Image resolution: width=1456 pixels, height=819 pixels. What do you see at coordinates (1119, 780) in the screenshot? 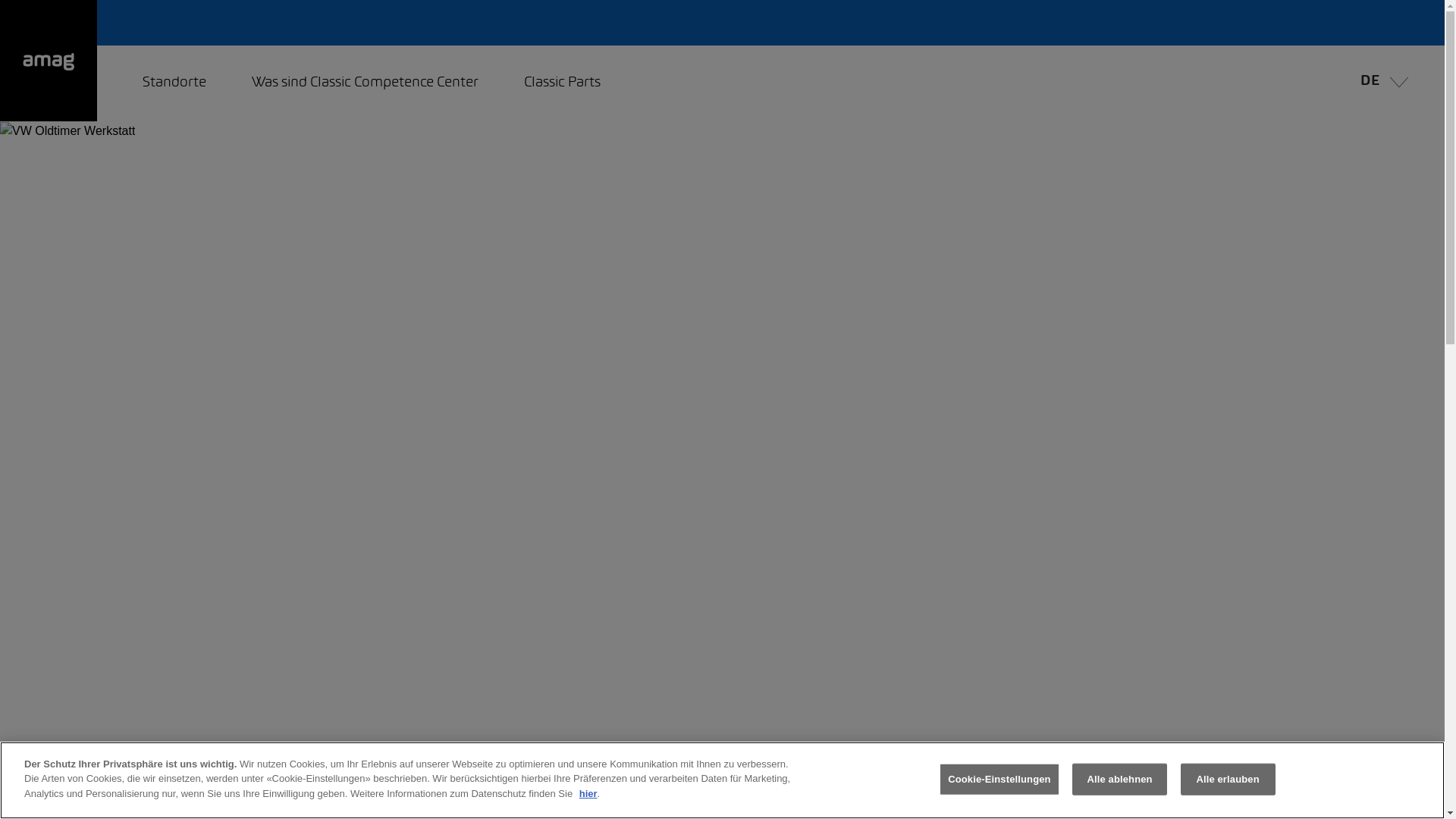
I see `'Alle ablehnen'` at bounding box center [1119, 780].